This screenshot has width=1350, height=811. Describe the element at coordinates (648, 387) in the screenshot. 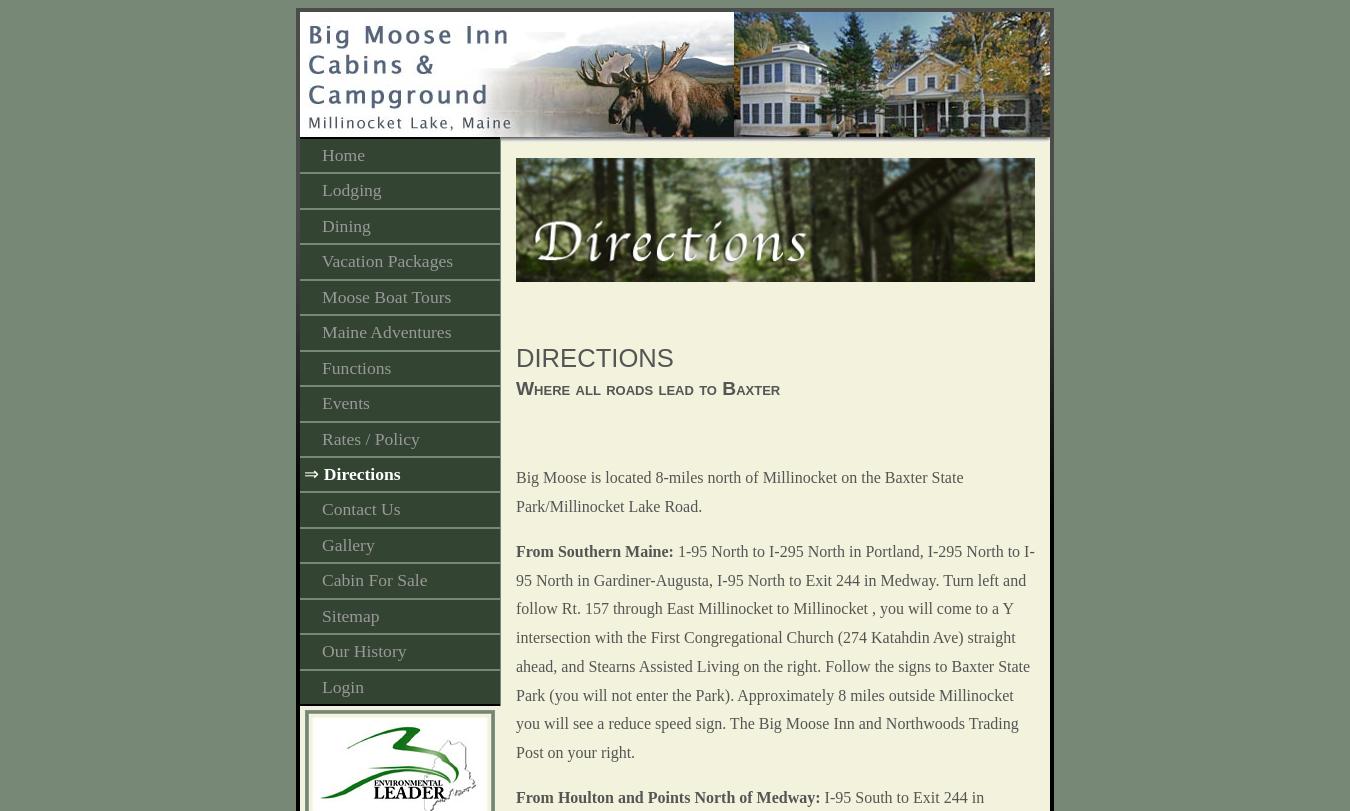

I see `'Where all roads lead to Baxter'` at that location.